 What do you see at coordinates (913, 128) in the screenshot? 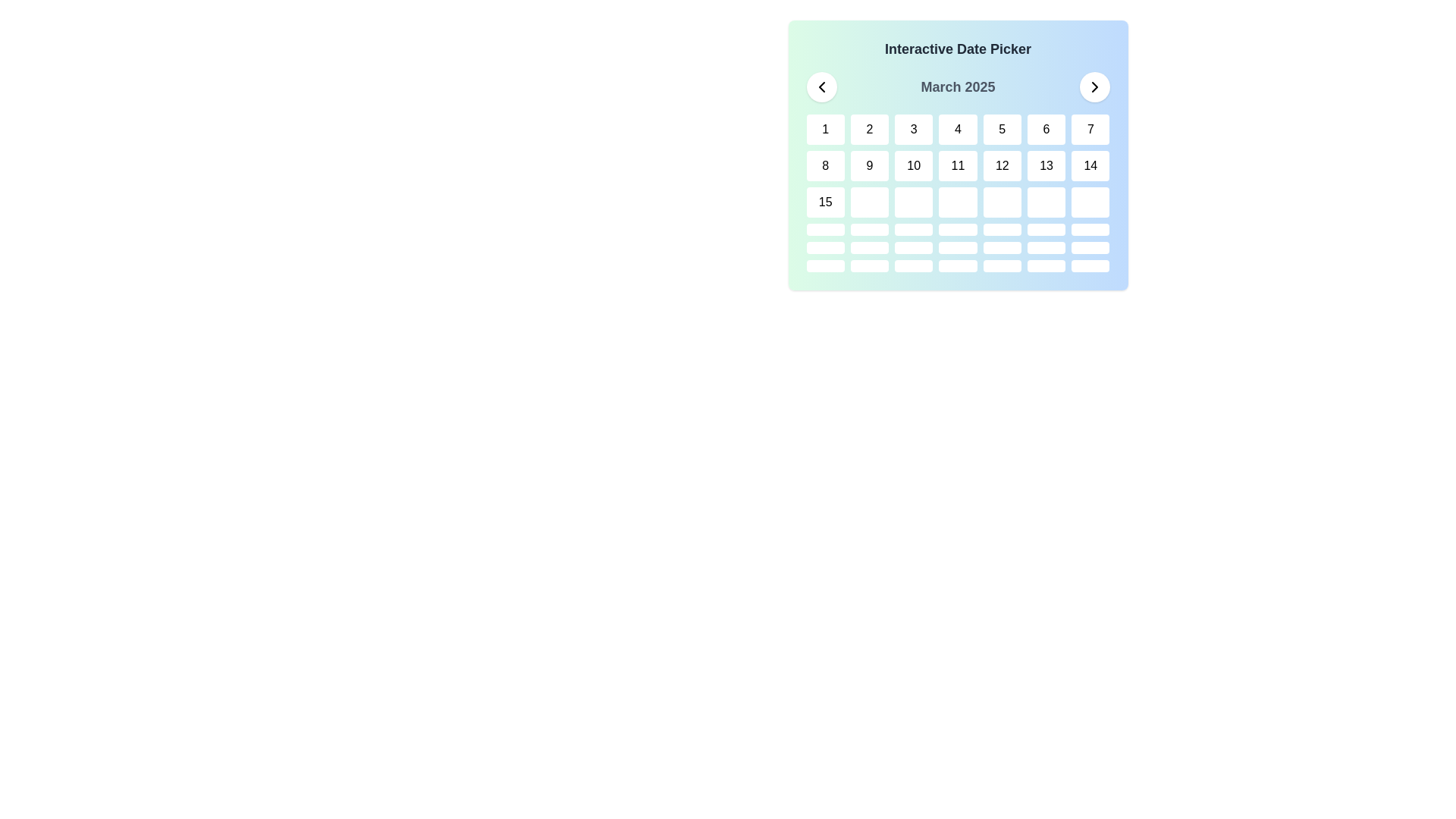
I see `the button that allows users to select the date numbered '3' in the calendar interface, located in the top row and third column under 'March 2025'` at bounding box center [913, 128].